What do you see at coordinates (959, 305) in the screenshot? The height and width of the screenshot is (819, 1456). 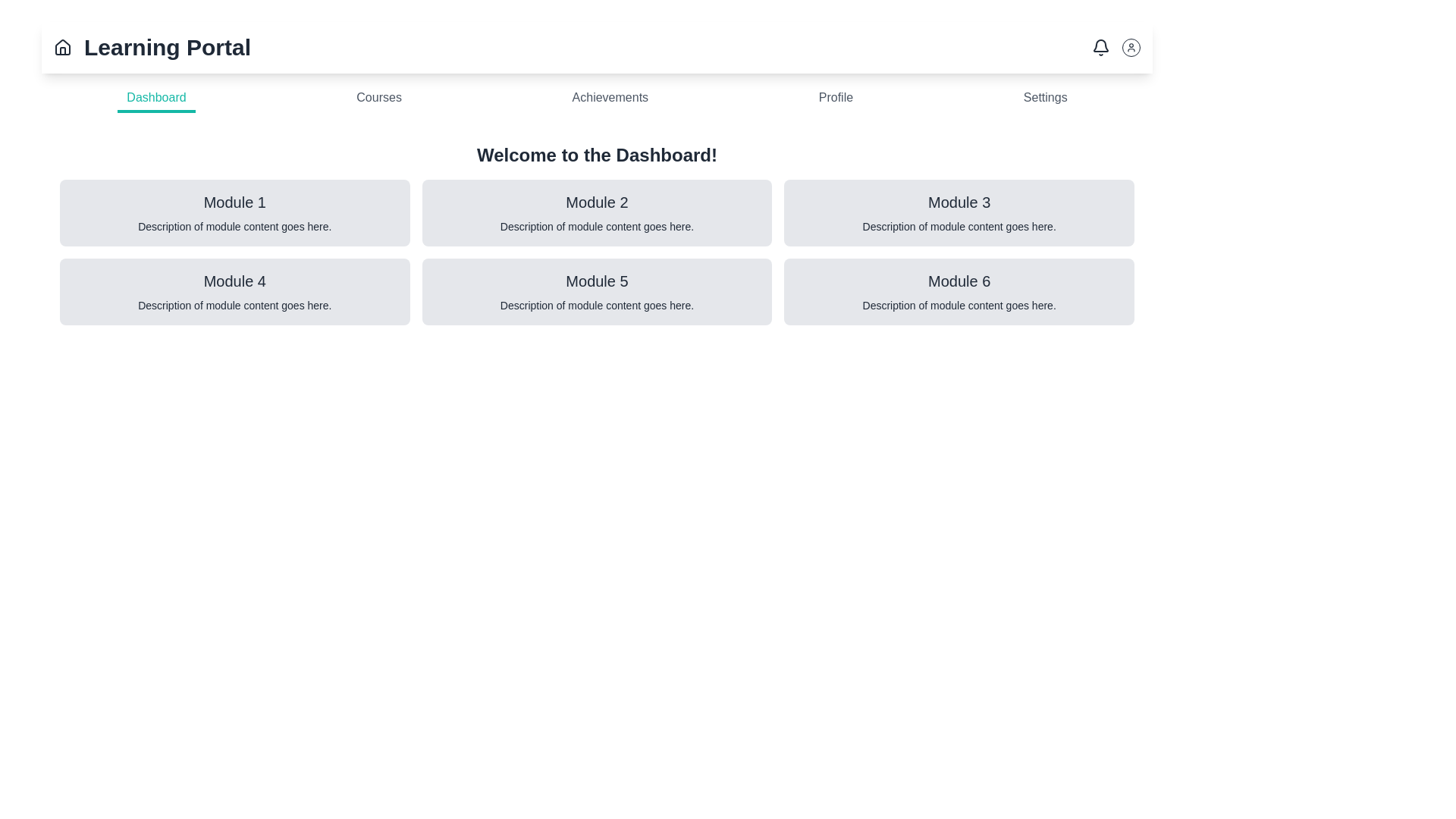 I see `the informational text element located directly below the title 'Module 6' in the last column of the last row on the dashboard interface` at bounding box center [959, 305].